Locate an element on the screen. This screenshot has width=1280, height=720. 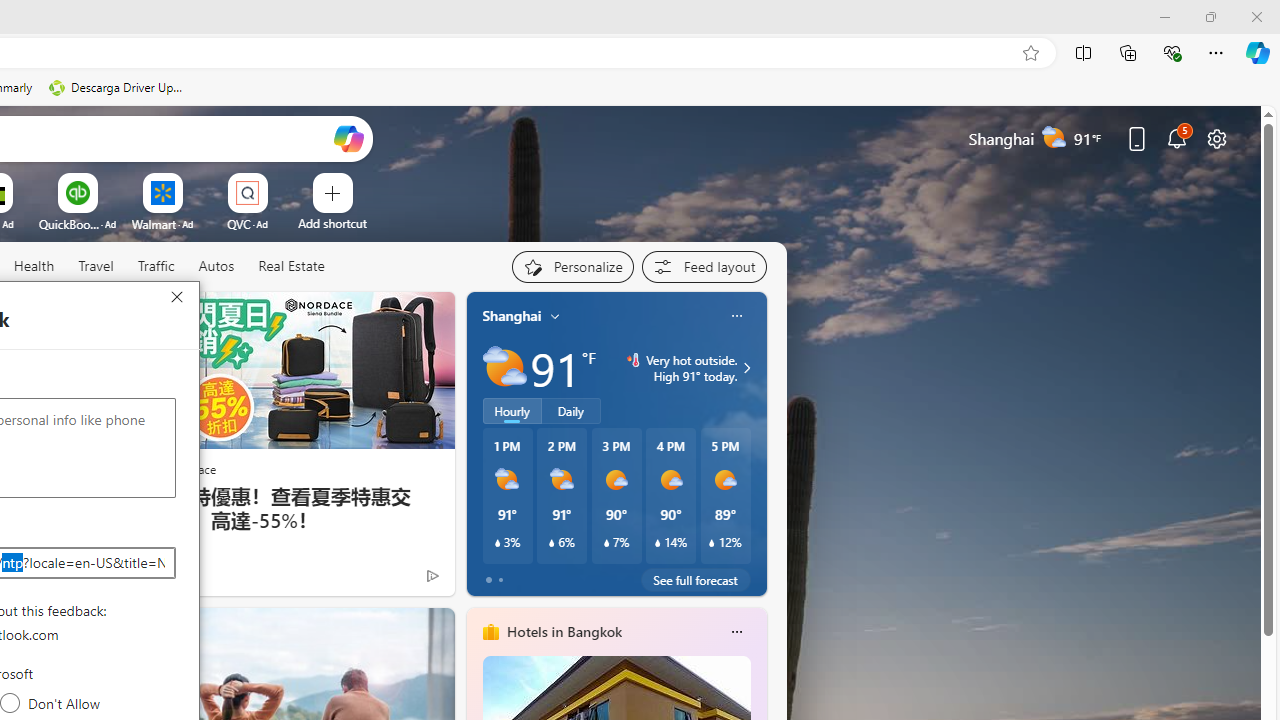
'Page settings' is located at coordinates (1215, 137).